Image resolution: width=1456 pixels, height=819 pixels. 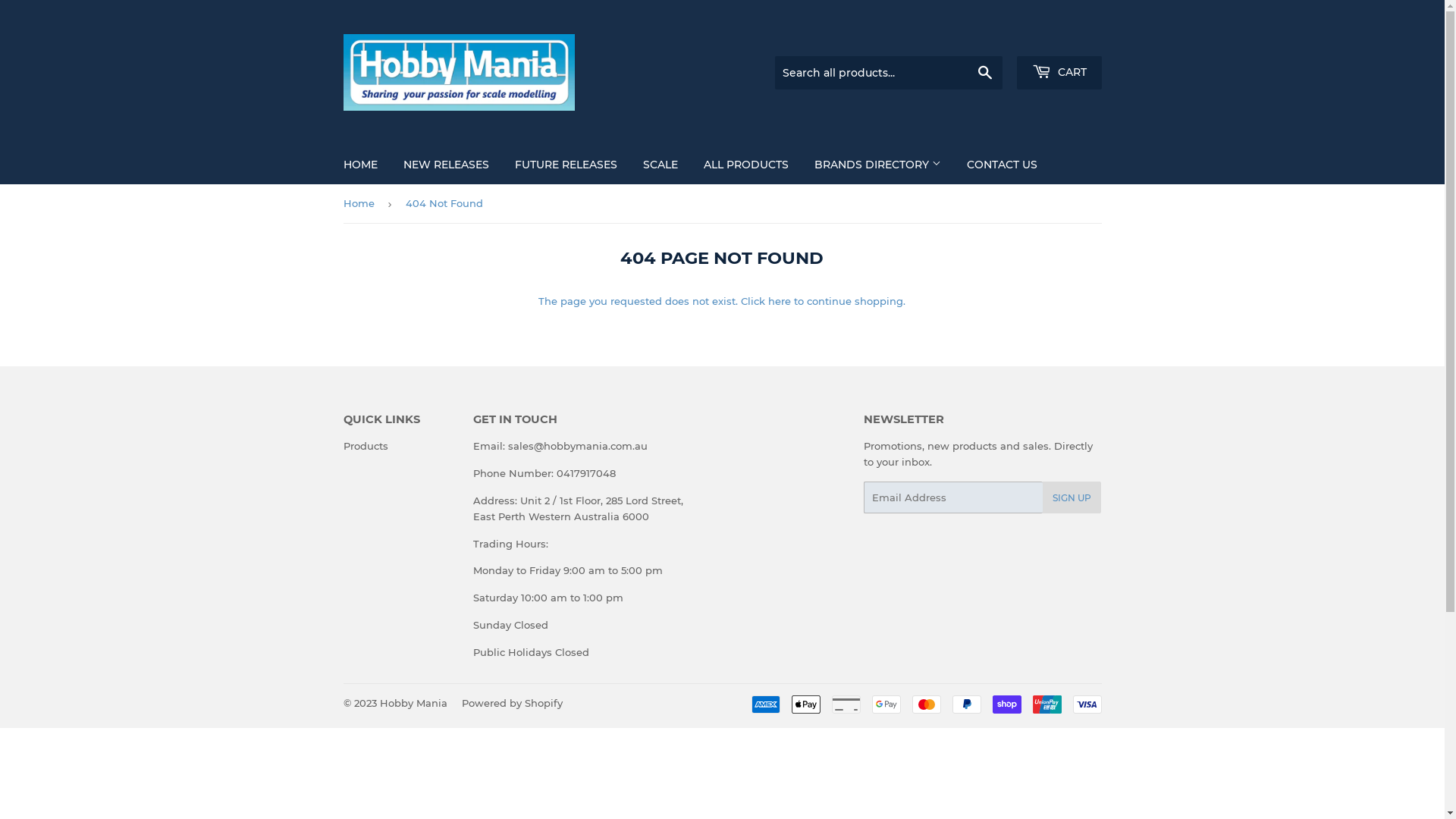 I want to click on 'BRANDS DIRECTORY', so click(x=877, y=164).